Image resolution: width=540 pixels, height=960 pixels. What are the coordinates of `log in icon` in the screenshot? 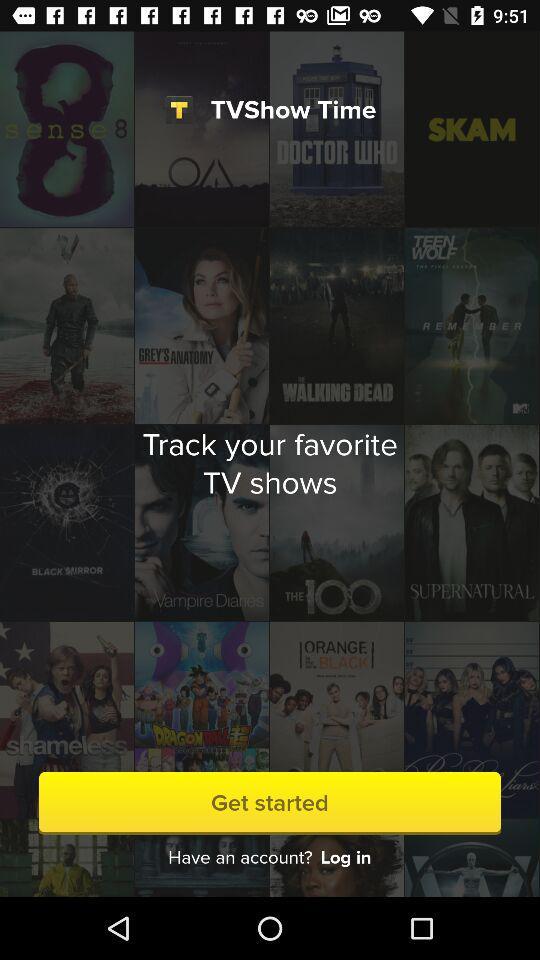 It's located at (344, 856).